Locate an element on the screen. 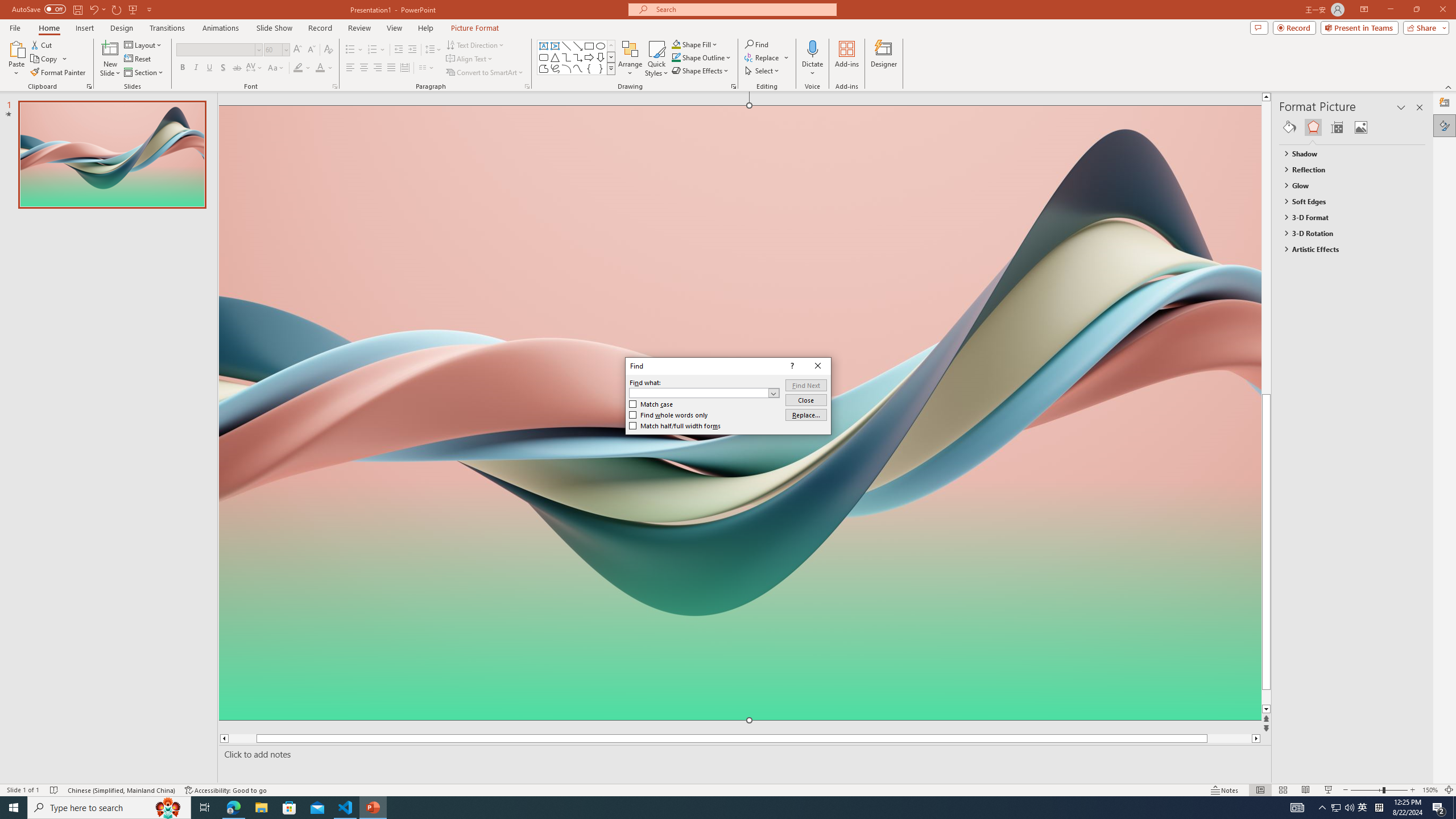 The height and width of the screenshot is (819, 1456). 'Distributed' is located at coordinates (404, 67).